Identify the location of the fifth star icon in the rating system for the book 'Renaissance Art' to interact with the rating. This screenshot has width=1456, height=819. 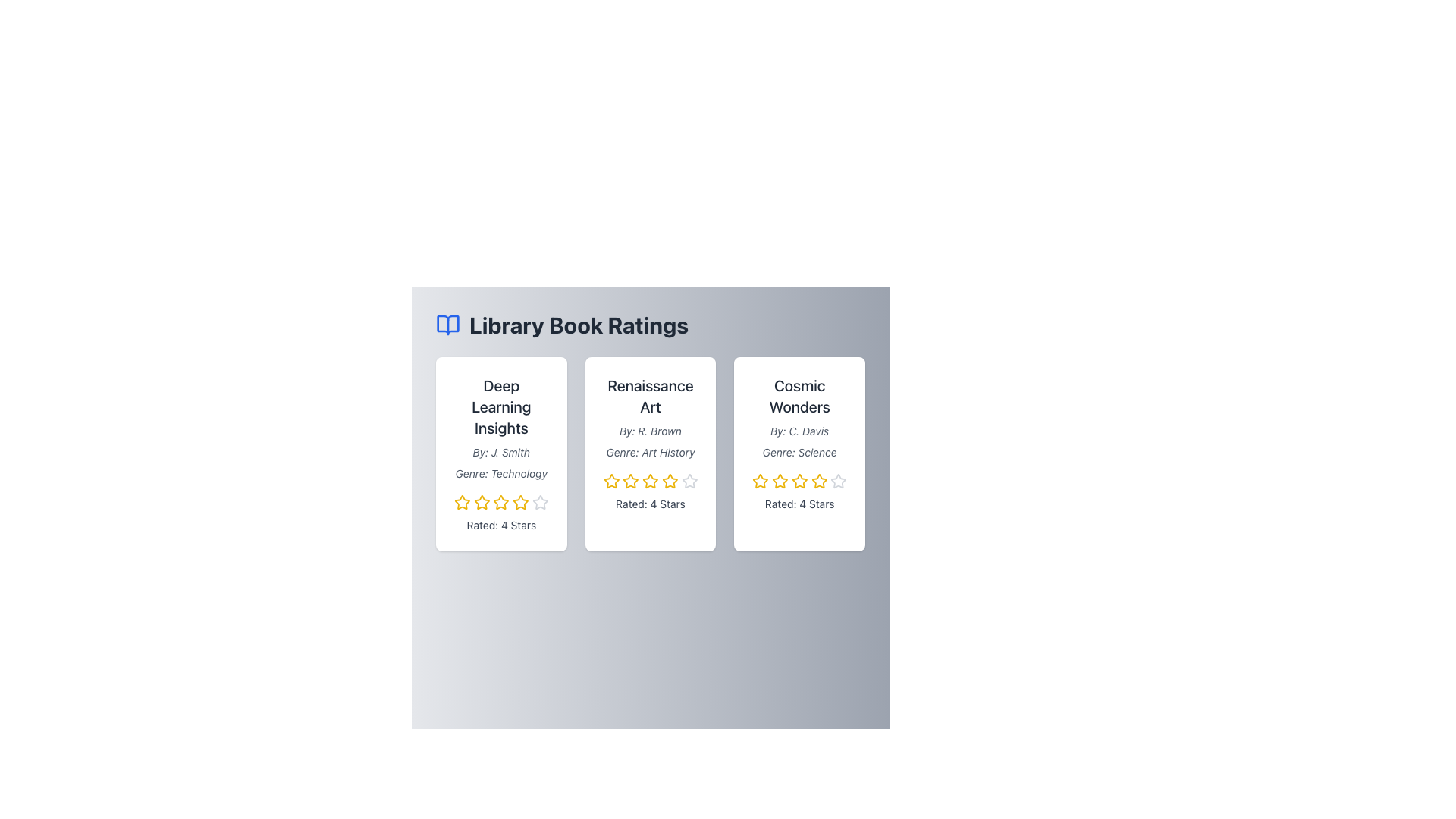
(689, 482).